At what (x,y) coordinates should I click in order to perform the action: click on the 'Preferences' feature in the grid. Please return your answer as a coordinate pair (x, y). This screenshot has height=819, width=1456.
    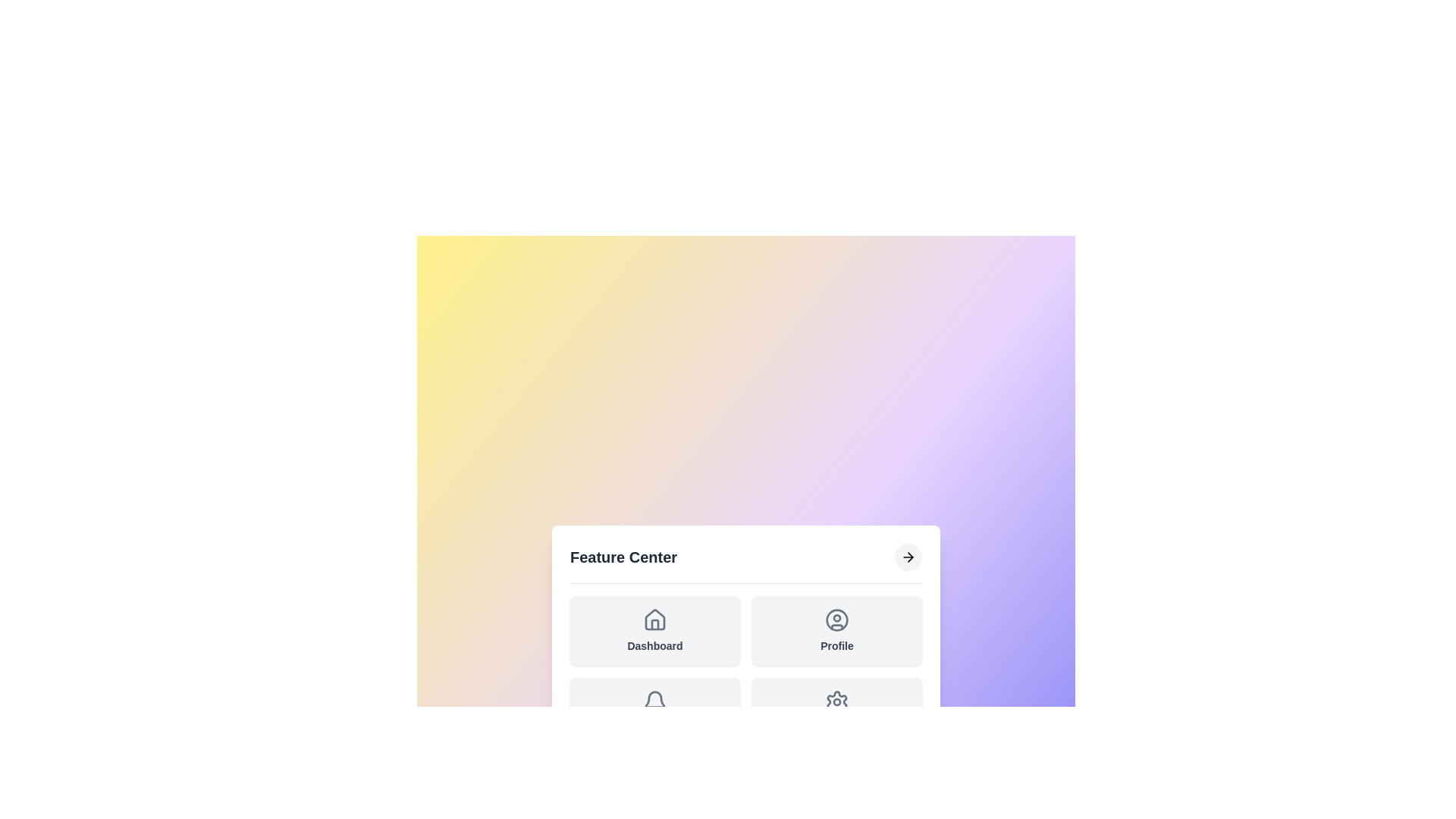
    Looking at the image, I should click on (836, 712).